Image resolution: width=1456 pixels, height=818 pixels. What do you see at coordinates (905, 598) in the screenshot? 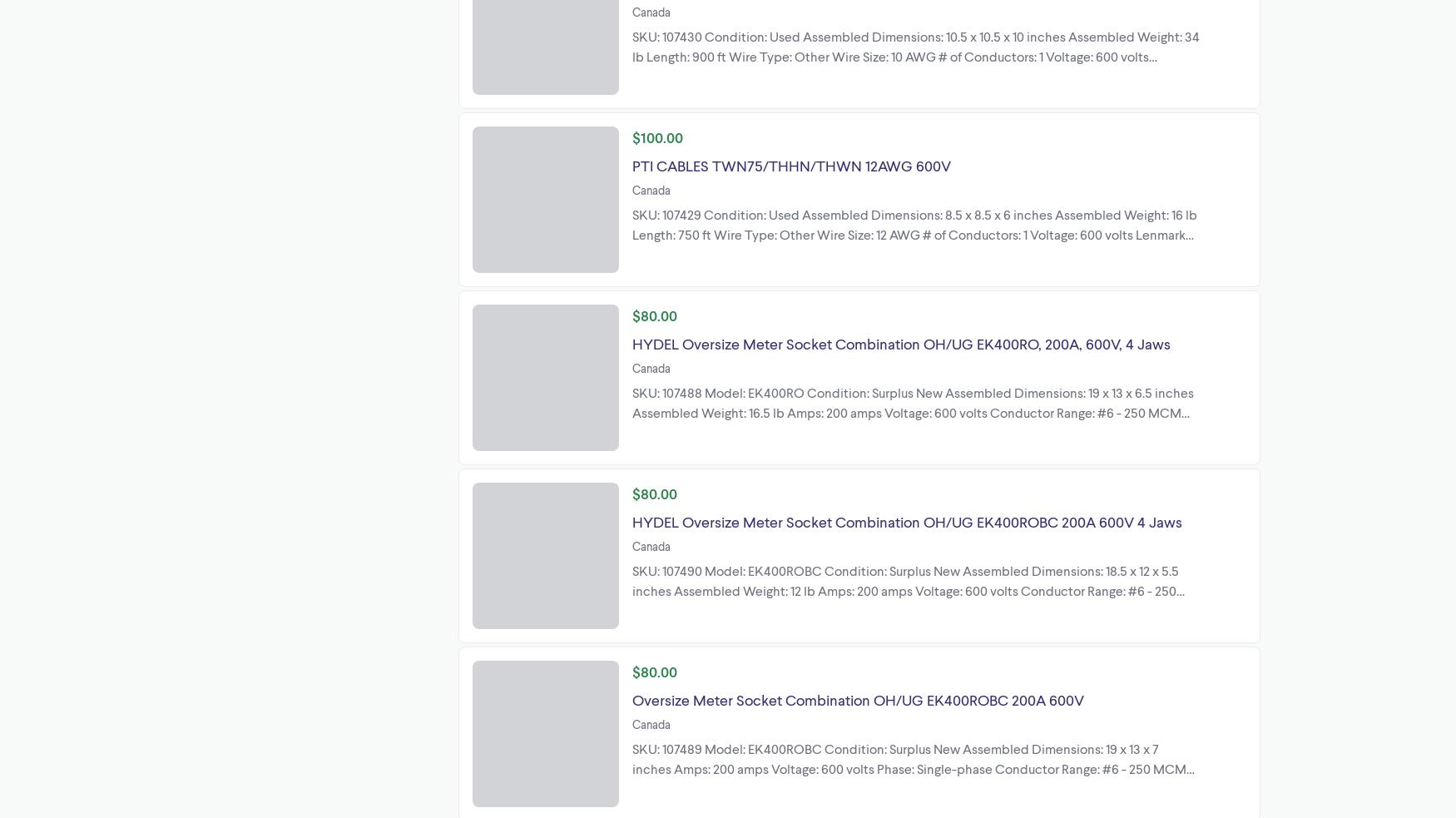
I see `'SKU: 107490 Model: EK400ROBC Condition: Surplus New Assembled Dimensions: 18.5 x 12 x 5.5 inches Assembled Weight: 12 lb Amps: 200 amps Voltage: 600 volts Conductor Range: #6 - 250 MCM Enclosure: NEMA 3R No. of Jaws: 4 Jaws Type: Combination Overhead/Underground Lenmark Industries Ltd 27576 51a Ave Langley, British'` at bounding box center [905, 598].